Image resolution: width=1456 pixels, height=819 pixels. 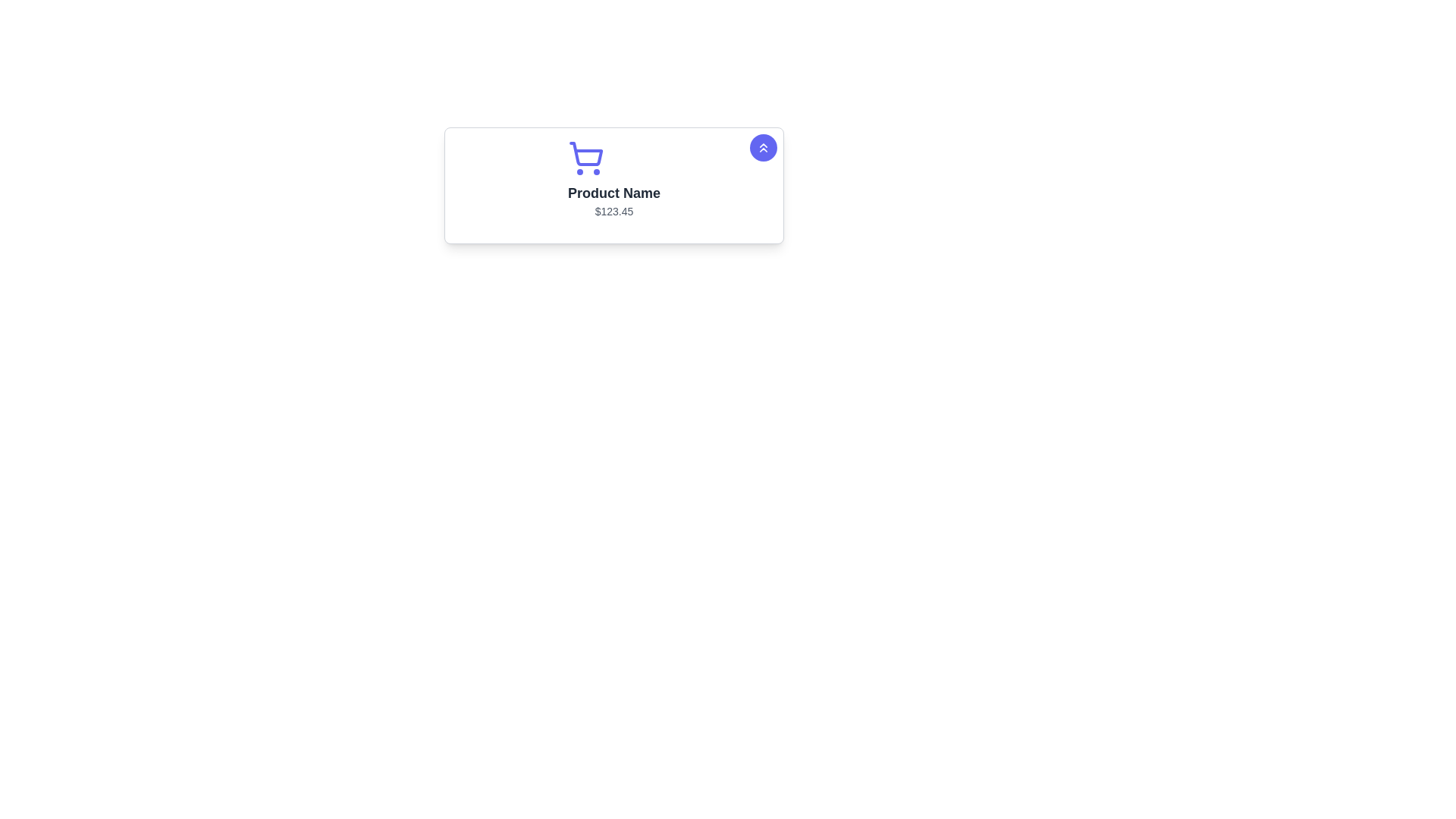 What do you see at coordinates (585, 158) in the screenshot?
I see `the shopping cart icon located at the top center of the product card, which indicates the add-to-cart functionality` at bounding box center [585, 158].